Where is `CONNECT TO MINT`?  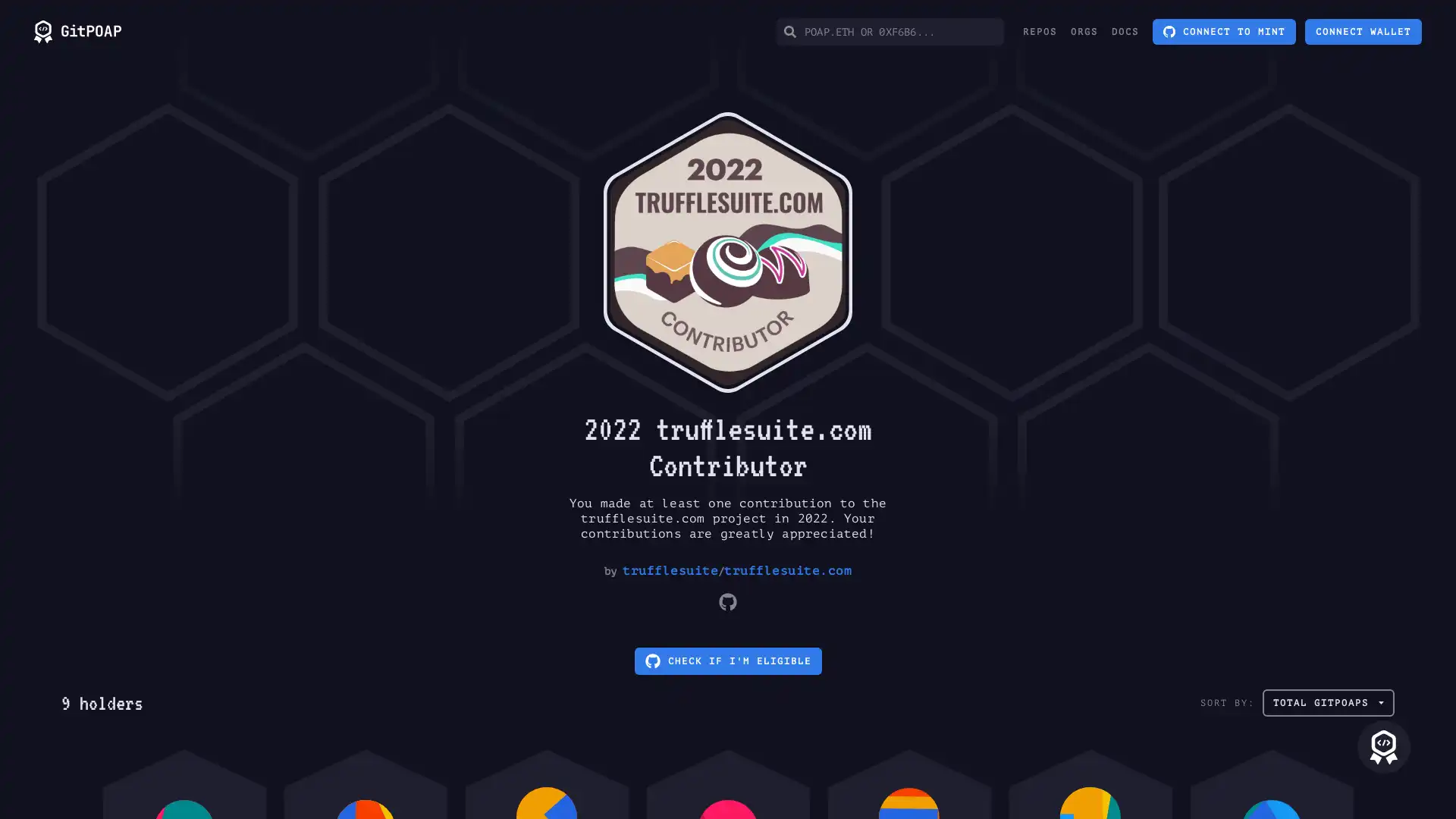
CONNECT TO MINT is located at coordinates (1224, 32).